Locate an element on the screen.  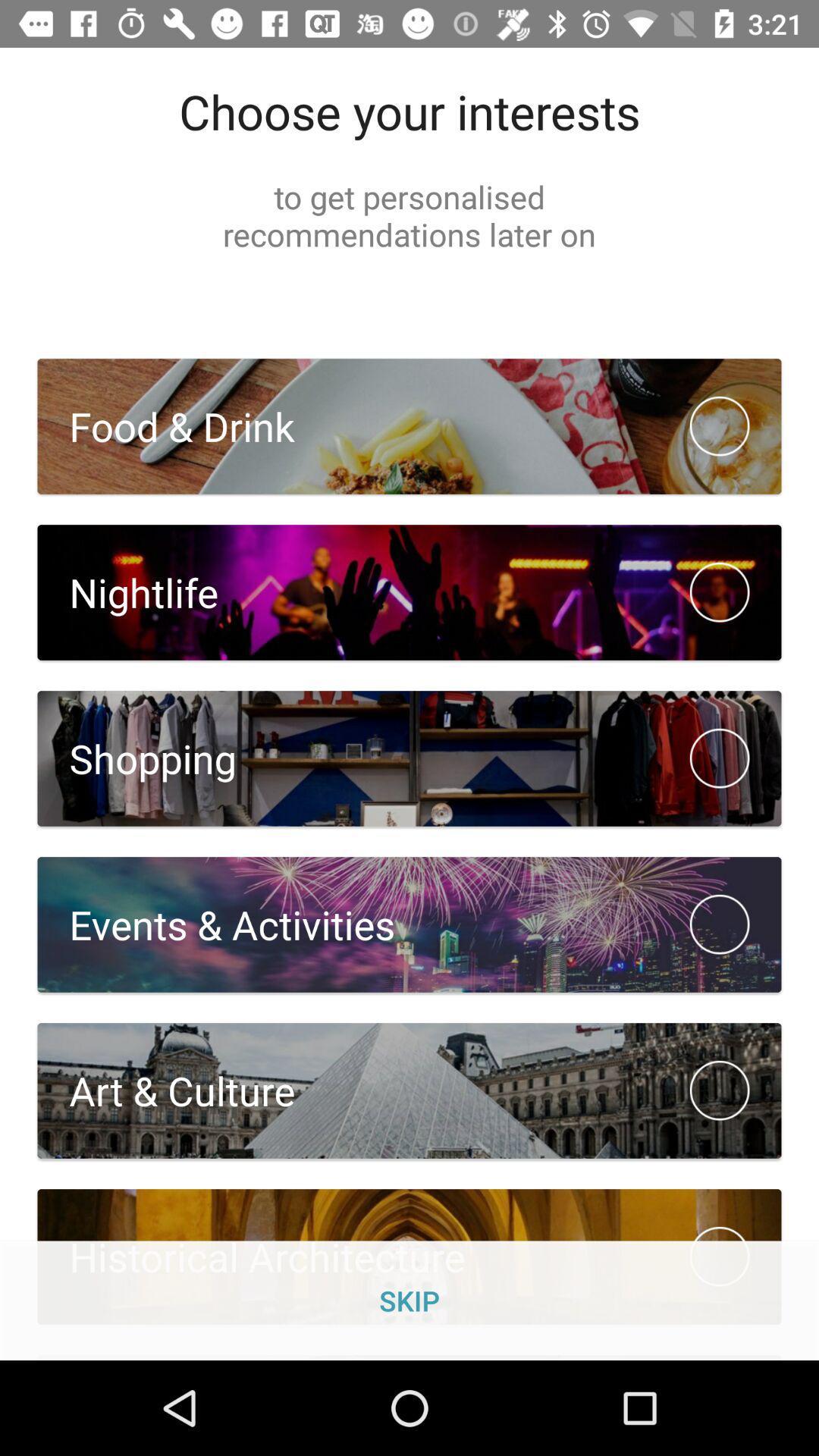
the button below nightlife is located at coordinates (409, 759).